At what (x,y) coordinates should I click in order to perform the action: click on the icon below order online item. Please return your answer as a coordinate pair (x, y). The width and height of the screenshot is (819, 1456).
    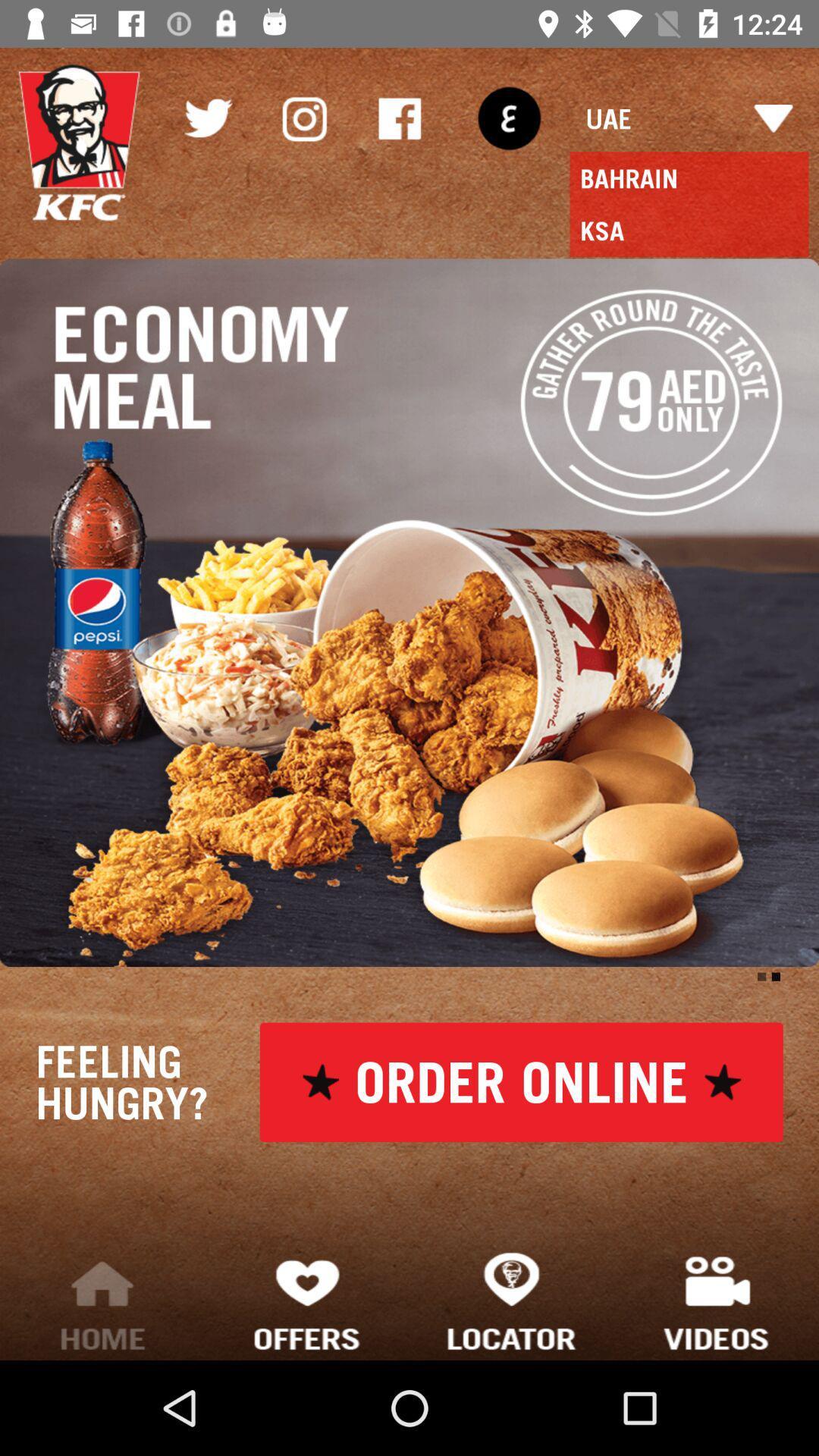
    Looking at the image, I should click on (512, 1300).